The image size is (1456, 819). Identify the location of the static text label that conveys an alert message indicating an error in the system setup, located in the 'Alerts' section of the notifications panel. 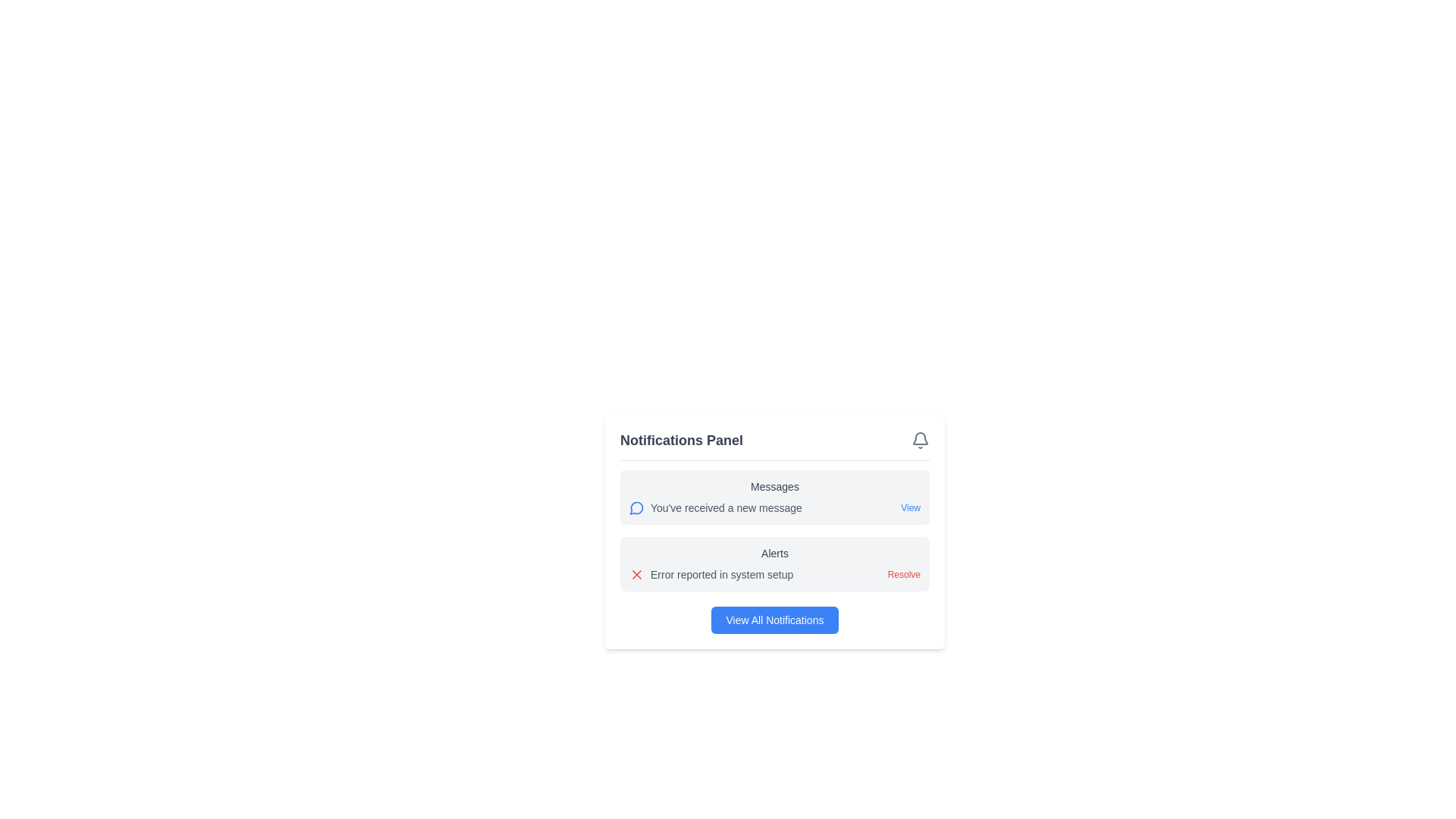
(711, 575).